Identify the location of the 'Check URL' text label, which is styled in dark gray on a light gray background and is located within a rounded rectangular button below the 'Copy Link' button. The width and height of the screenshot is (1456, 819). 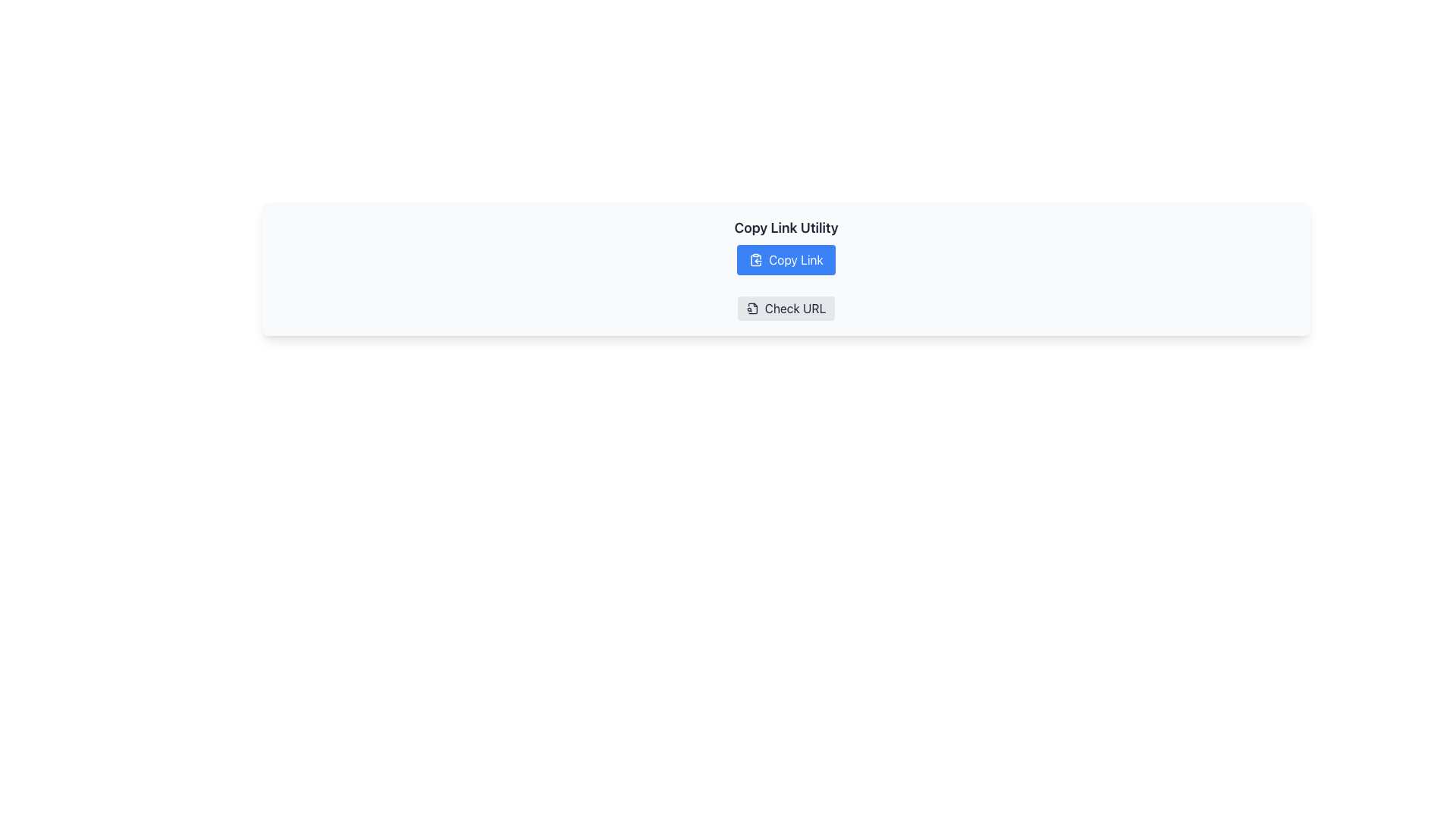
(794, 308).